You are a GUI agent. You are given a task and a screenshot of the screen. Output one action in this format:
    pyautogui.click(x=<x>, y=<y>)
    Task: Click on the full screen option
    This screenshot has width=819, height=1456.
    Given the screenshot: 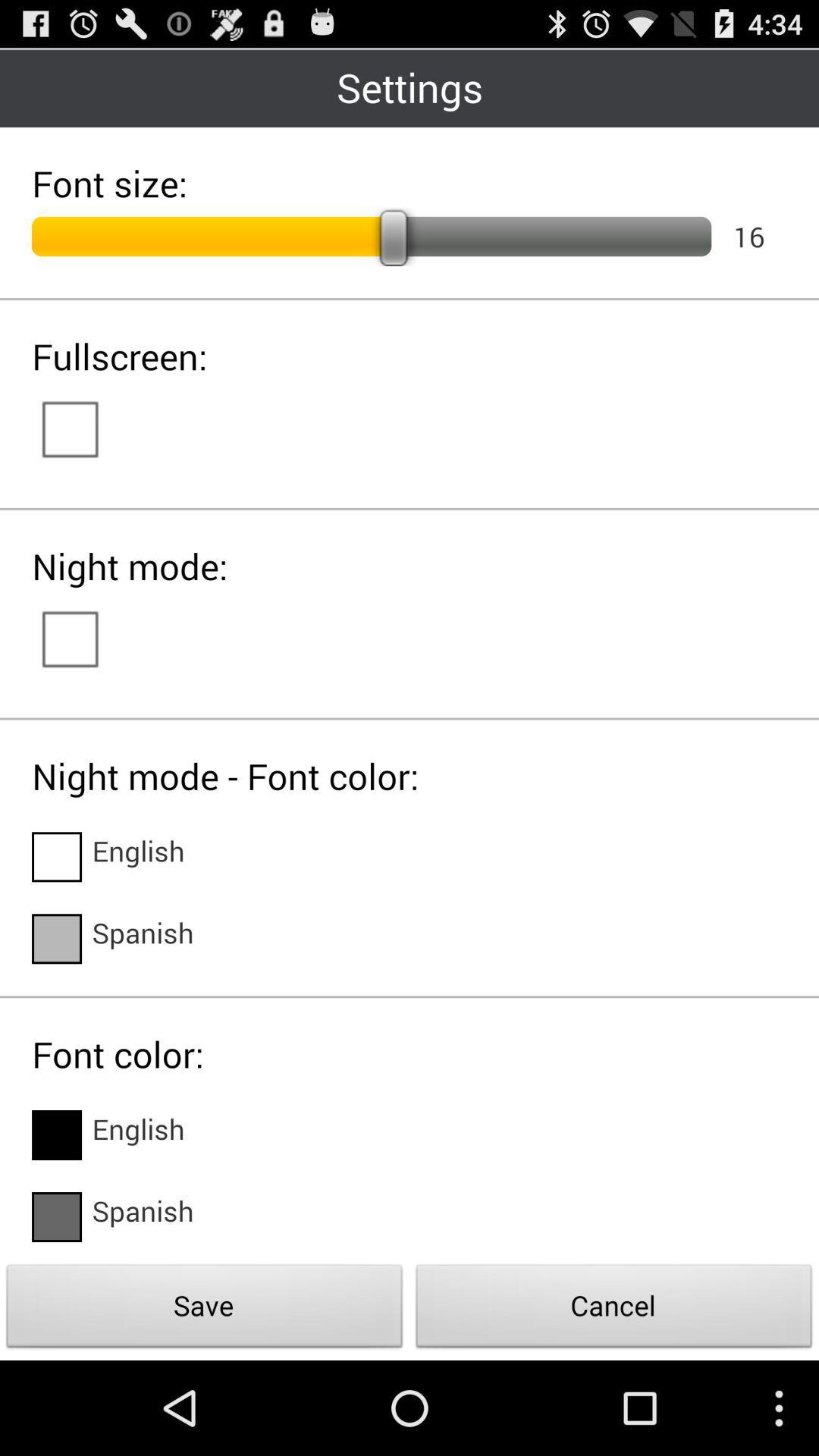 What is the action you would take?
    pyautogui.click(x=85, y=427)
    